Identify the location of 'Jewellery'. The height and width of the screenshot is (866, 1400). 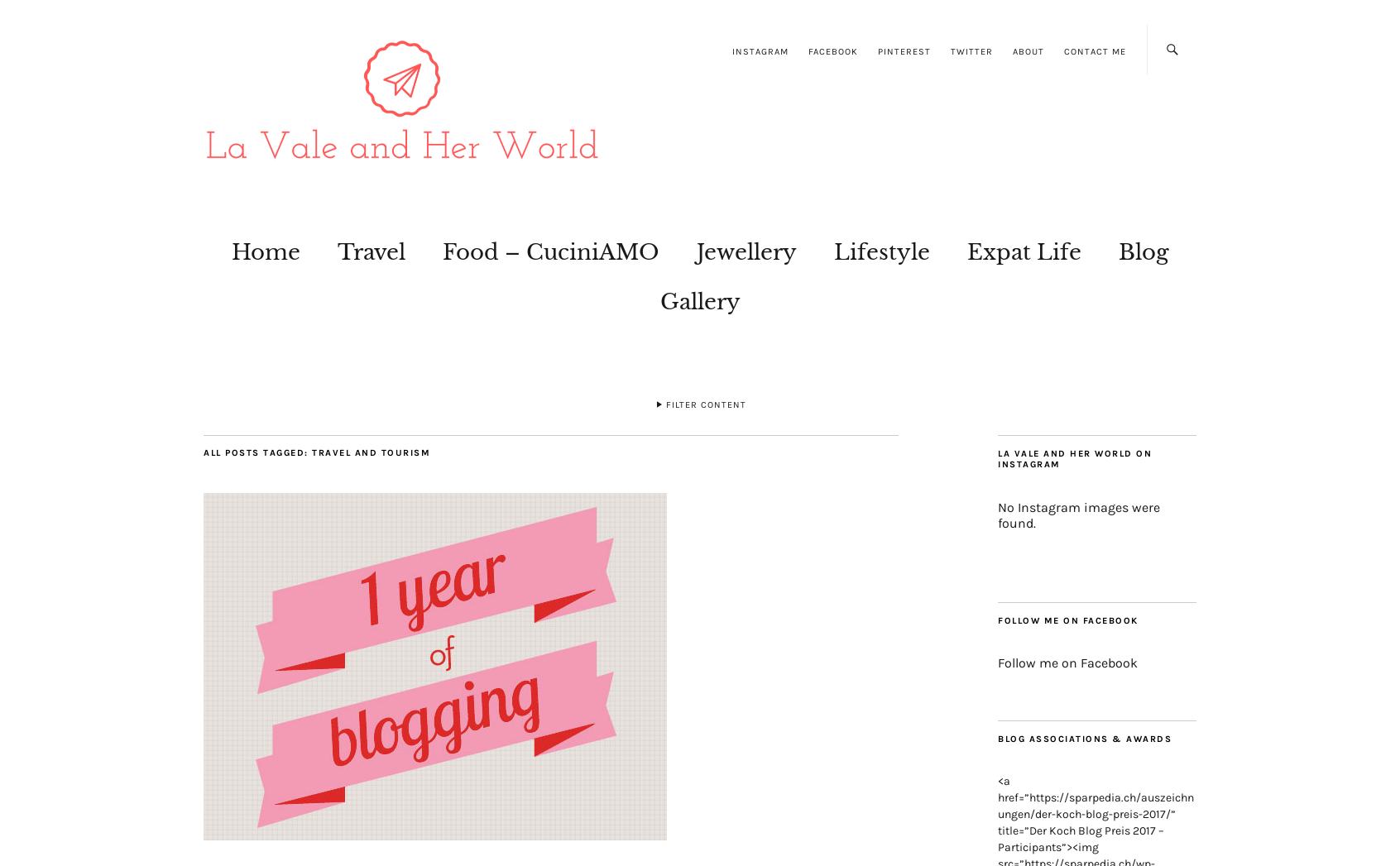
(745, 251).